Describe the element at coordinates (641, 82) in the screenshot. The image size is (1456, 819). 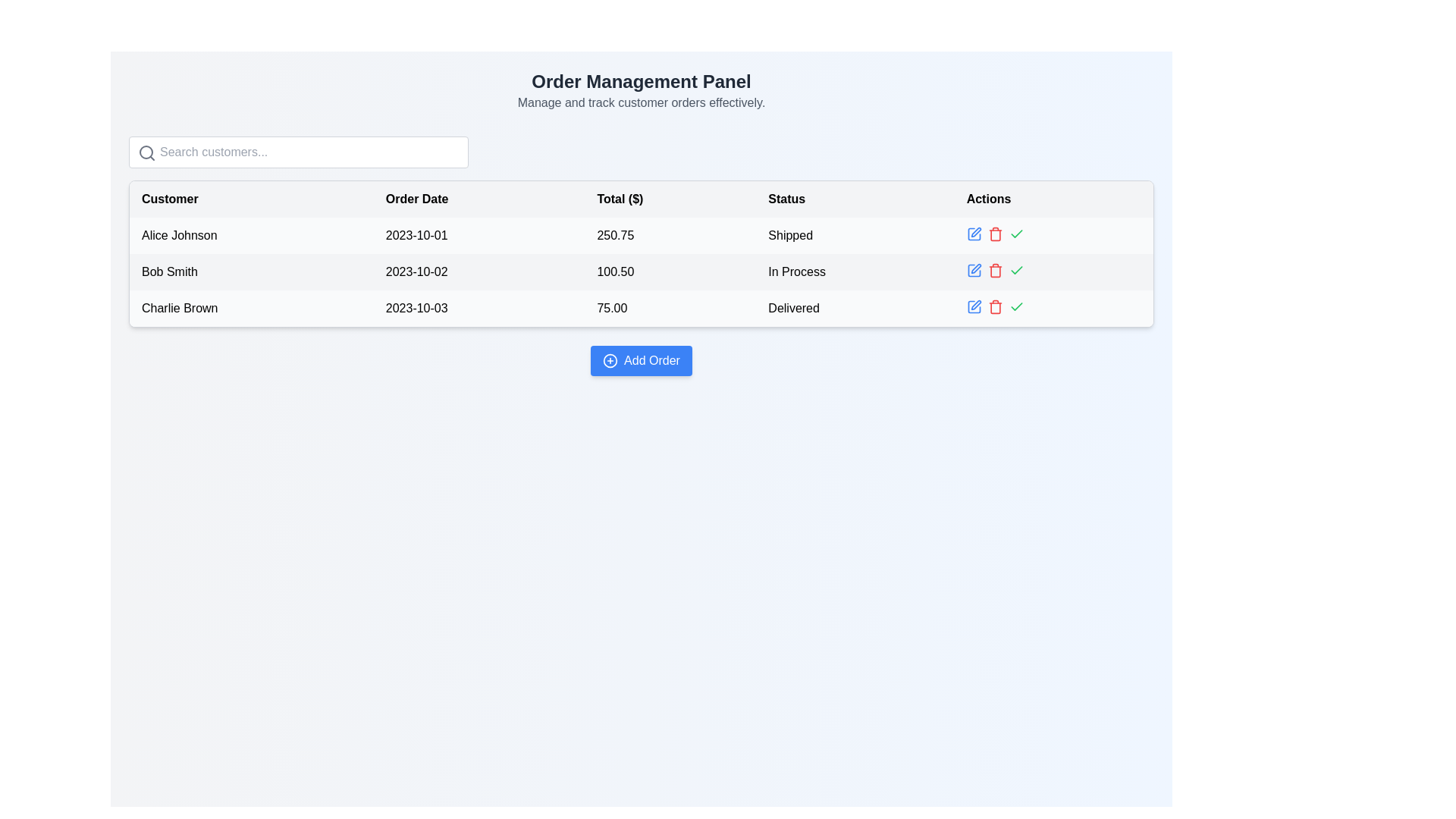
I see `the headline text element displaying 'Order Management Panel', which is styled in a large and bold font, located at the top center of the interface` at that location.